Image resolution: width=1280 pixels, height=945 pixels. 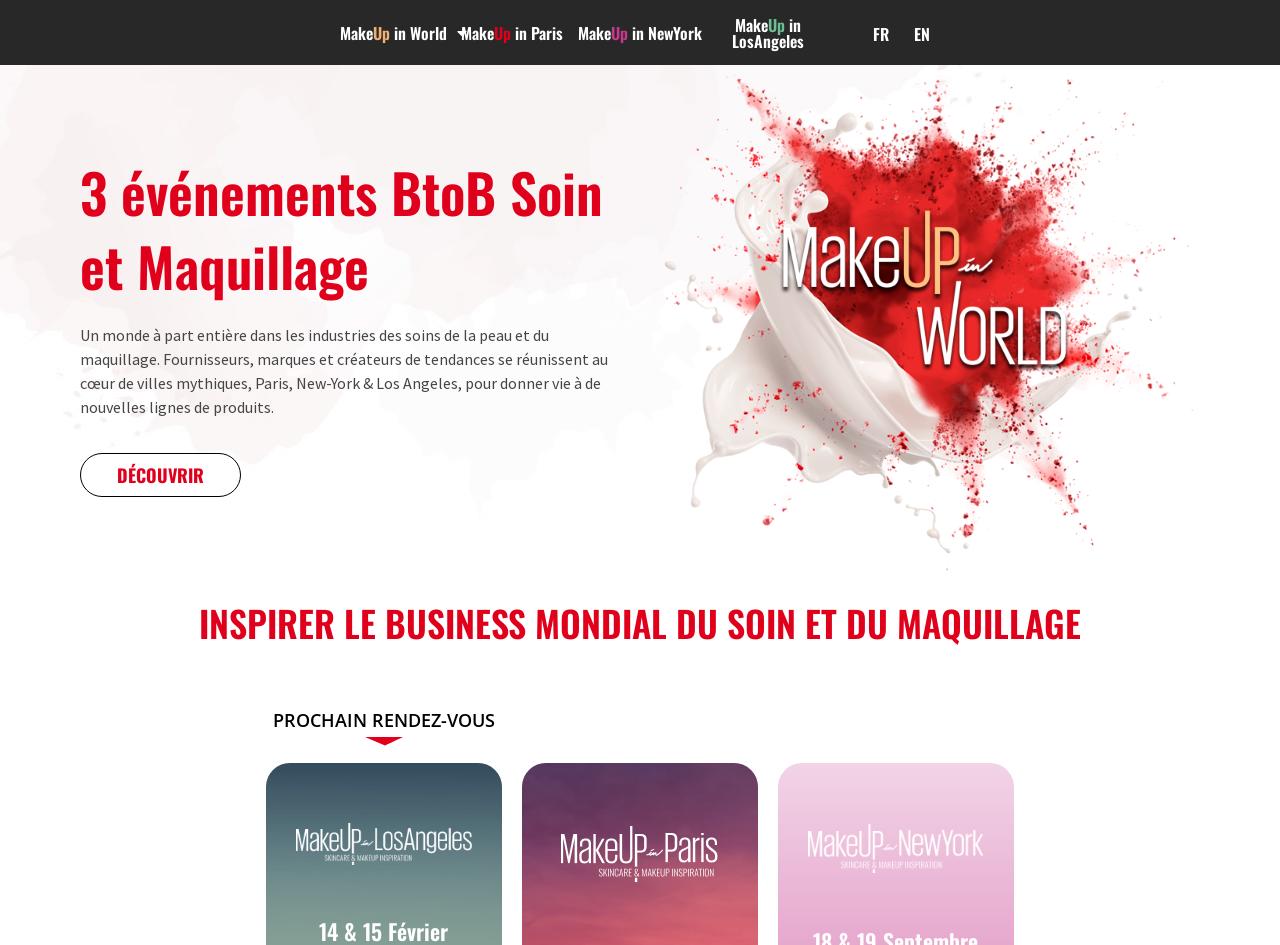 What do you see at coordinates (664, 32) in the screenshot?
I see `'in NewYork'` at bounding box center [664, 32].